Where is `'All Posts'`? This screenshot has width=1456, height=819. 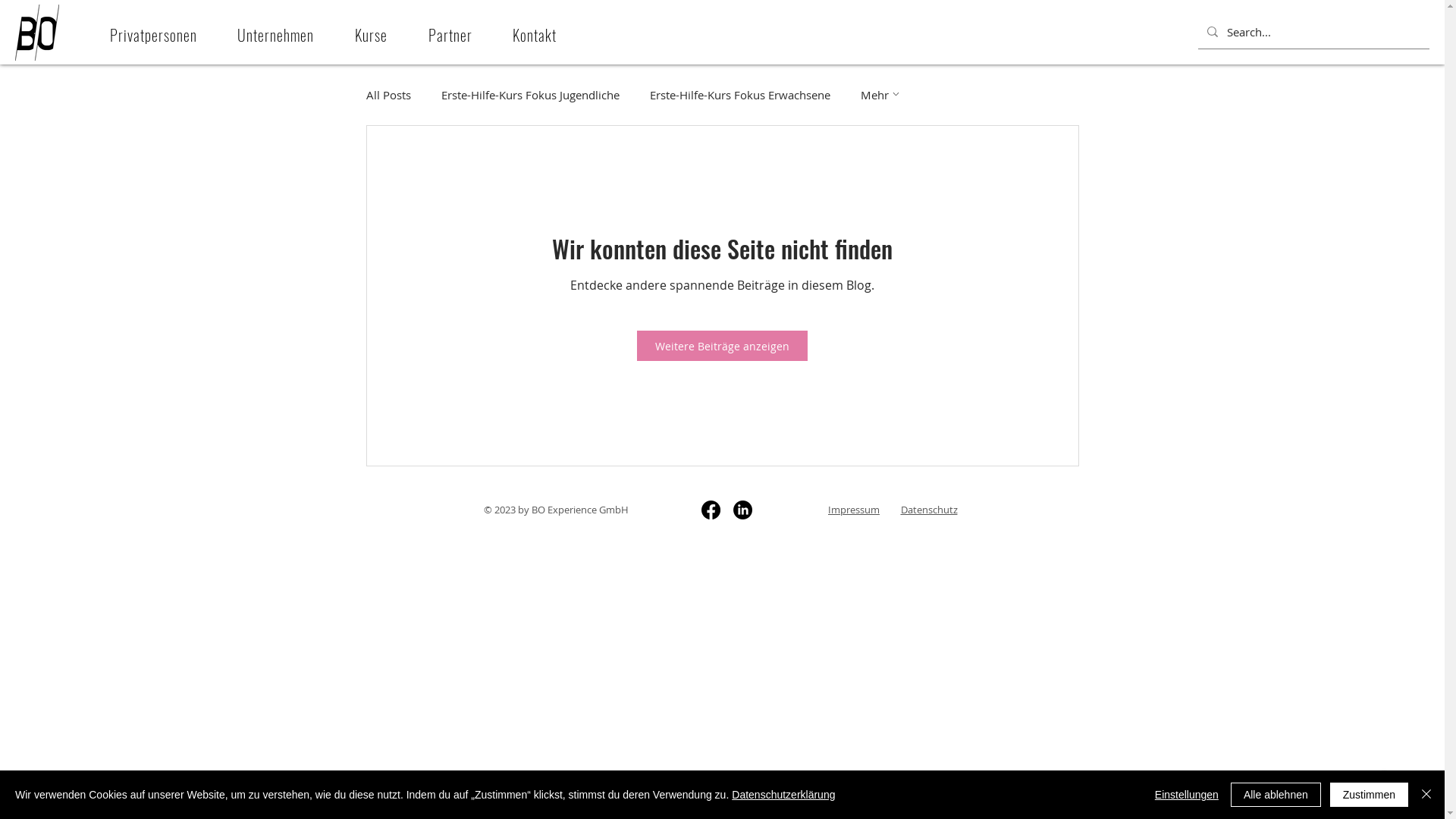 'All Posts' is located at coordinates (365, 94).